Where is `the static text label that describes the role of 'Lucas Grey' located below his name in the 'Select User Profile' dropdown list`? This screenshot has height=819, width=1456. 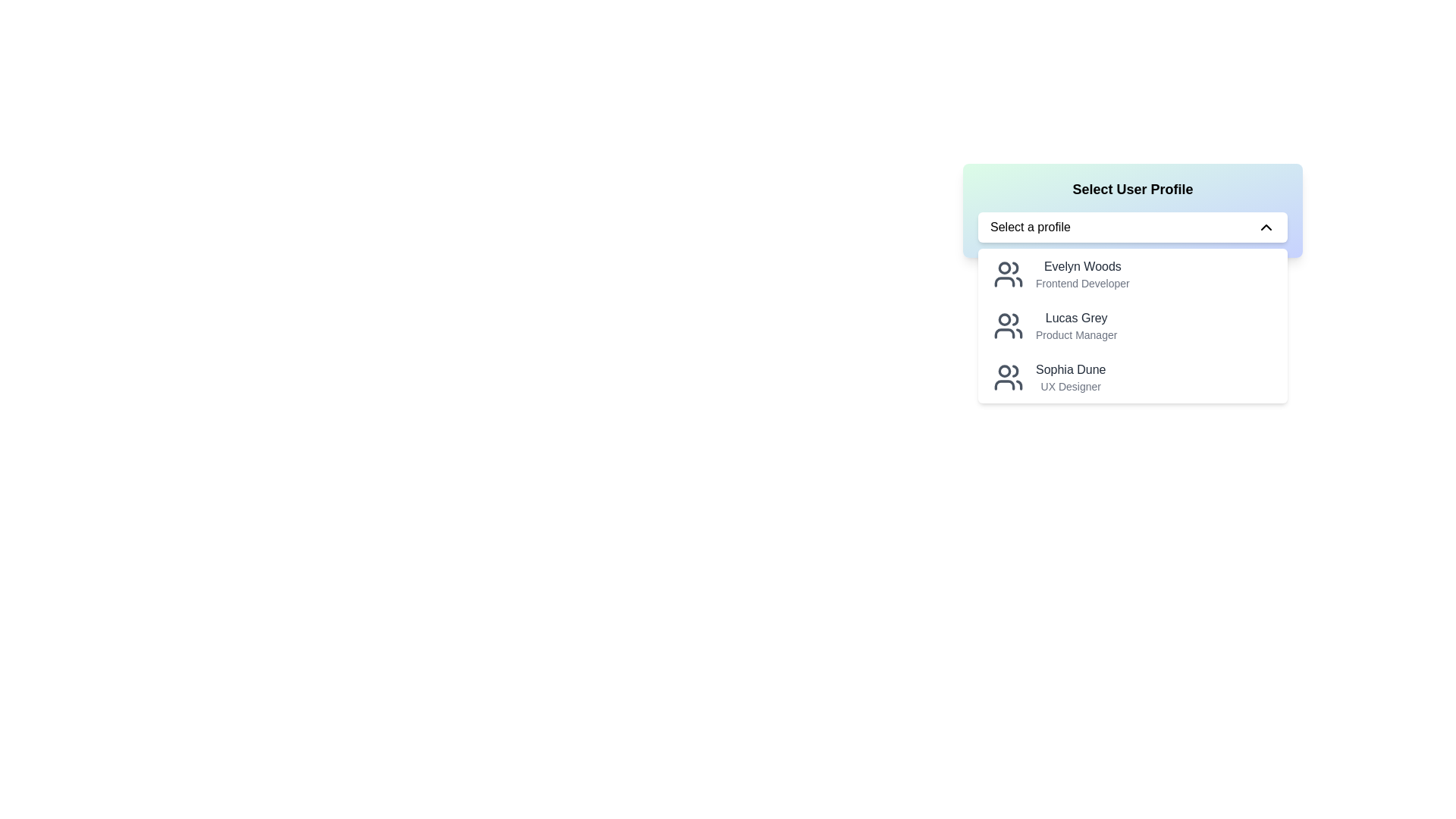 the static text label that describes the role of 'Lucas Grey' located below his name in the 'Select User Profile' dropdown list is located at coordinates (1075, 334).